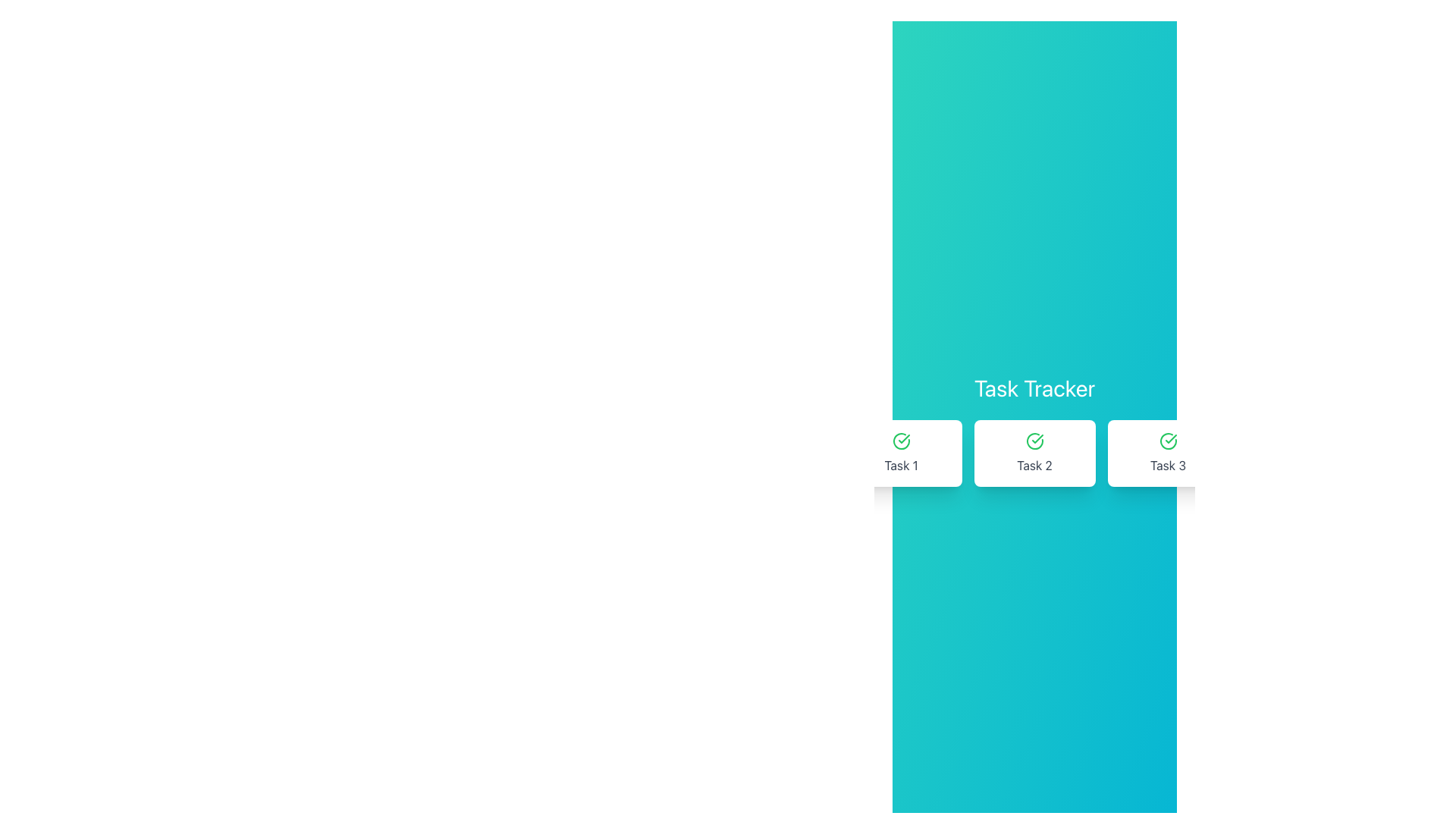 The width and height of the screenshot is (1456, 819). Describe the element at coordinates (1170, 438) in the screenshot. I see `the circular icon indicating task completion located in the second card of the horizontal list of task cards` at that location.